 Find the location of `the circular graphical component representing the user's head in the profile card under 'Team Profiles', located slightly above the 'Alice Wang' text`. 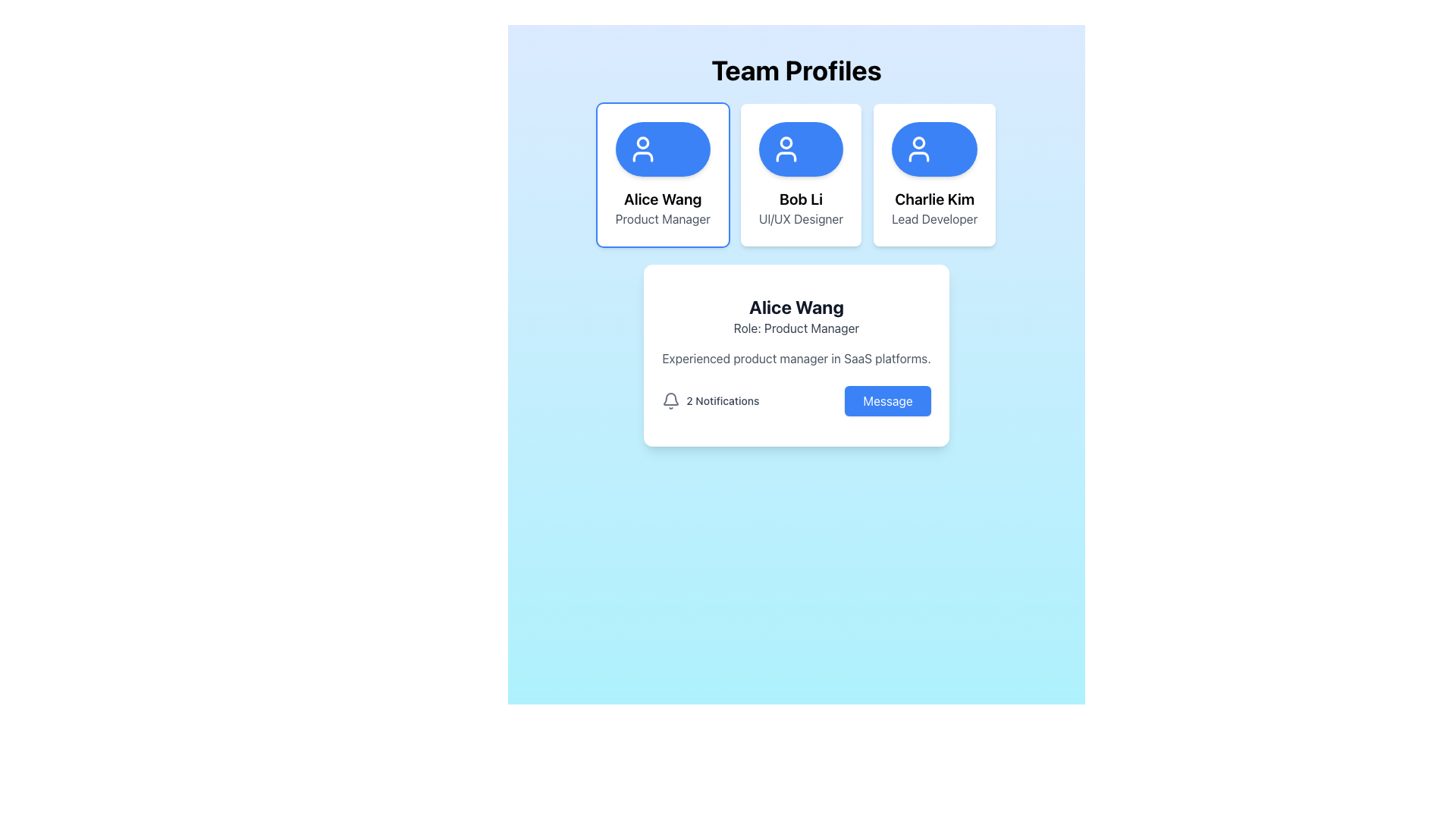

the circular graphical component representing the user's head in the profile card under 'Team Profiles', located slightly above the 'Alice Wang' text is located at coordinates (642, 143).